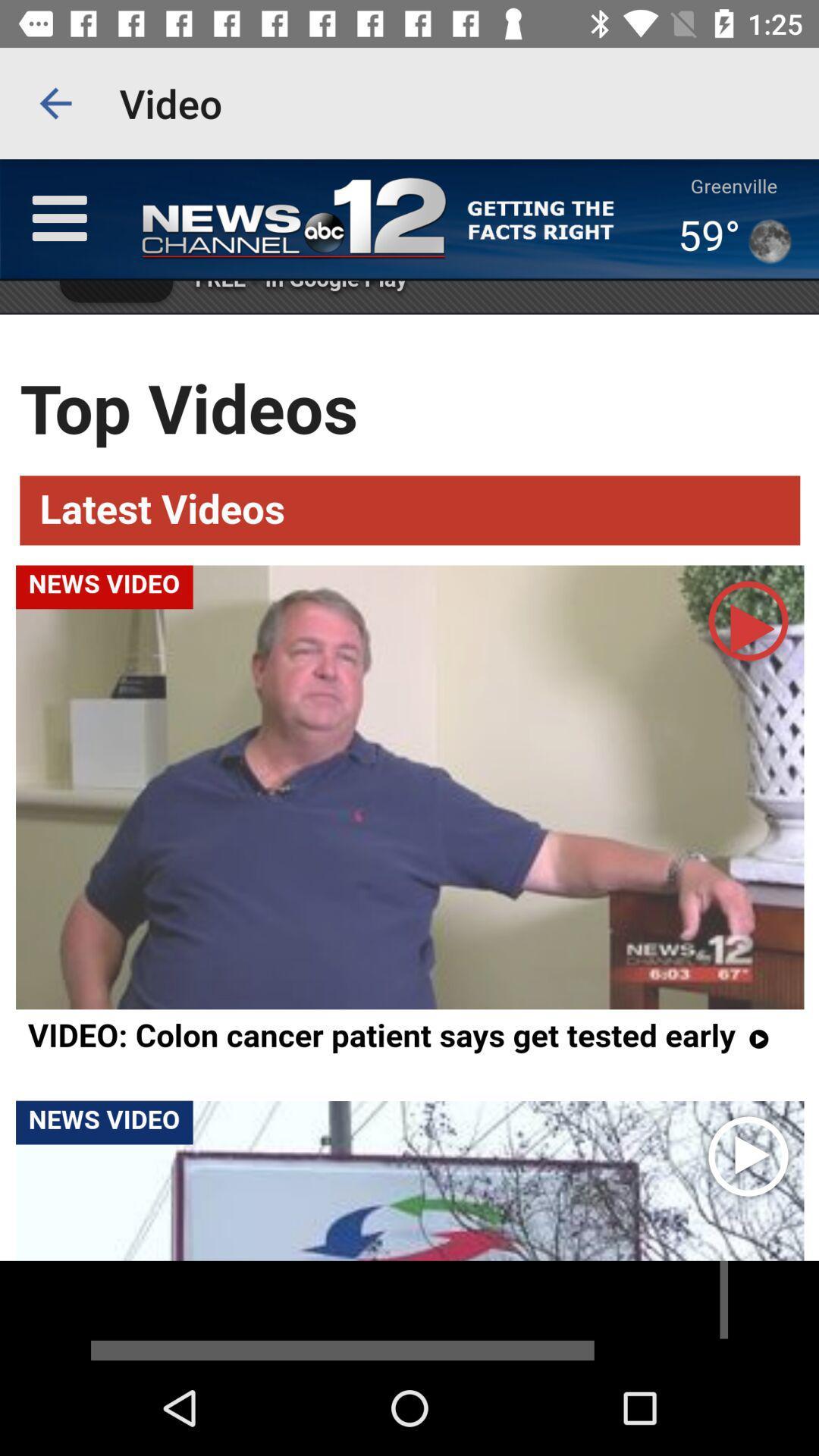 This screenshot has height=1456, width=819. What do you see at coordinates (409, 1310) in the screenshot?
I see `the video is end` at bounding box center [409, 1310].